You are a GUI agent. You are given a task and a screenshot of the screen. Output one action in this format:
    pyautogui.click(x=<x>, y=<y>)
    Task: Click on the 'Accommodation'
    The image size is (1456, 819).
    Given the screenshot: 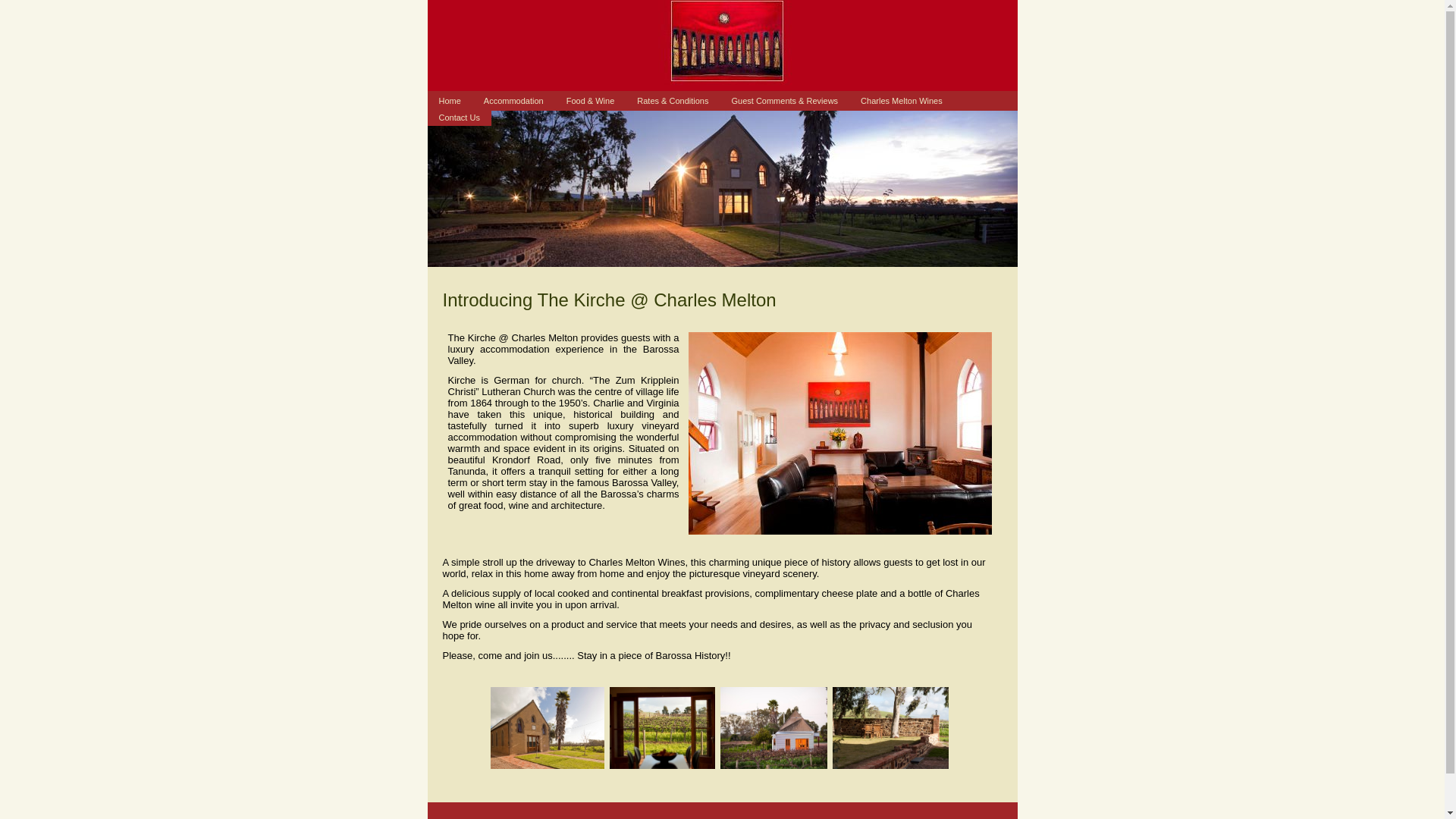 What is the action you would take?
    pyautogui.click(x=472, y=100)
    